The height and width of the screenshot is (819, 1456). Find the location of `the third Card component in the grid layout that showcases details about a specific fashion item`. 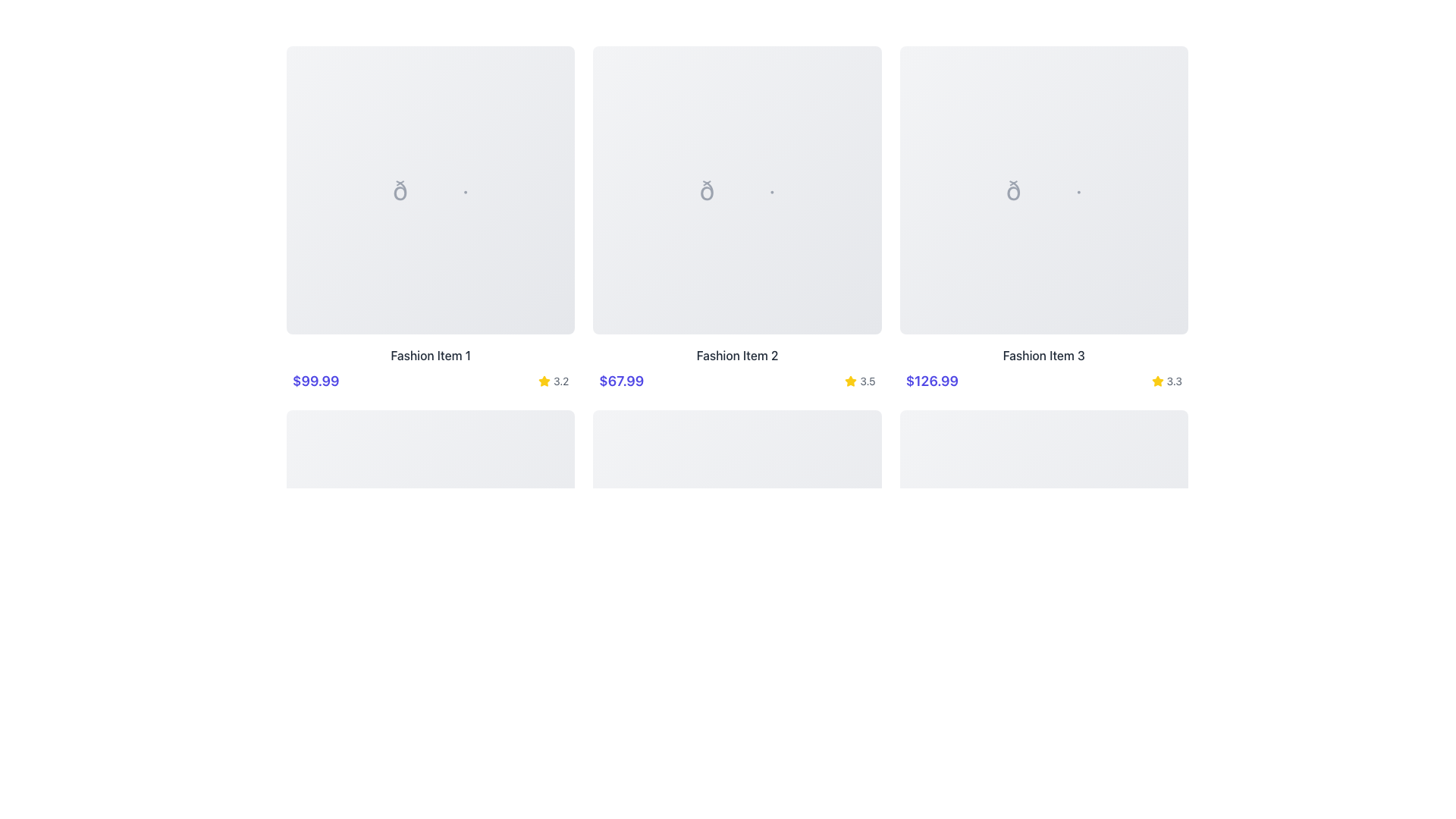

the third Card component in the grid layout that showcases details about a specific fashion item is located at coordinates (1043, 219).